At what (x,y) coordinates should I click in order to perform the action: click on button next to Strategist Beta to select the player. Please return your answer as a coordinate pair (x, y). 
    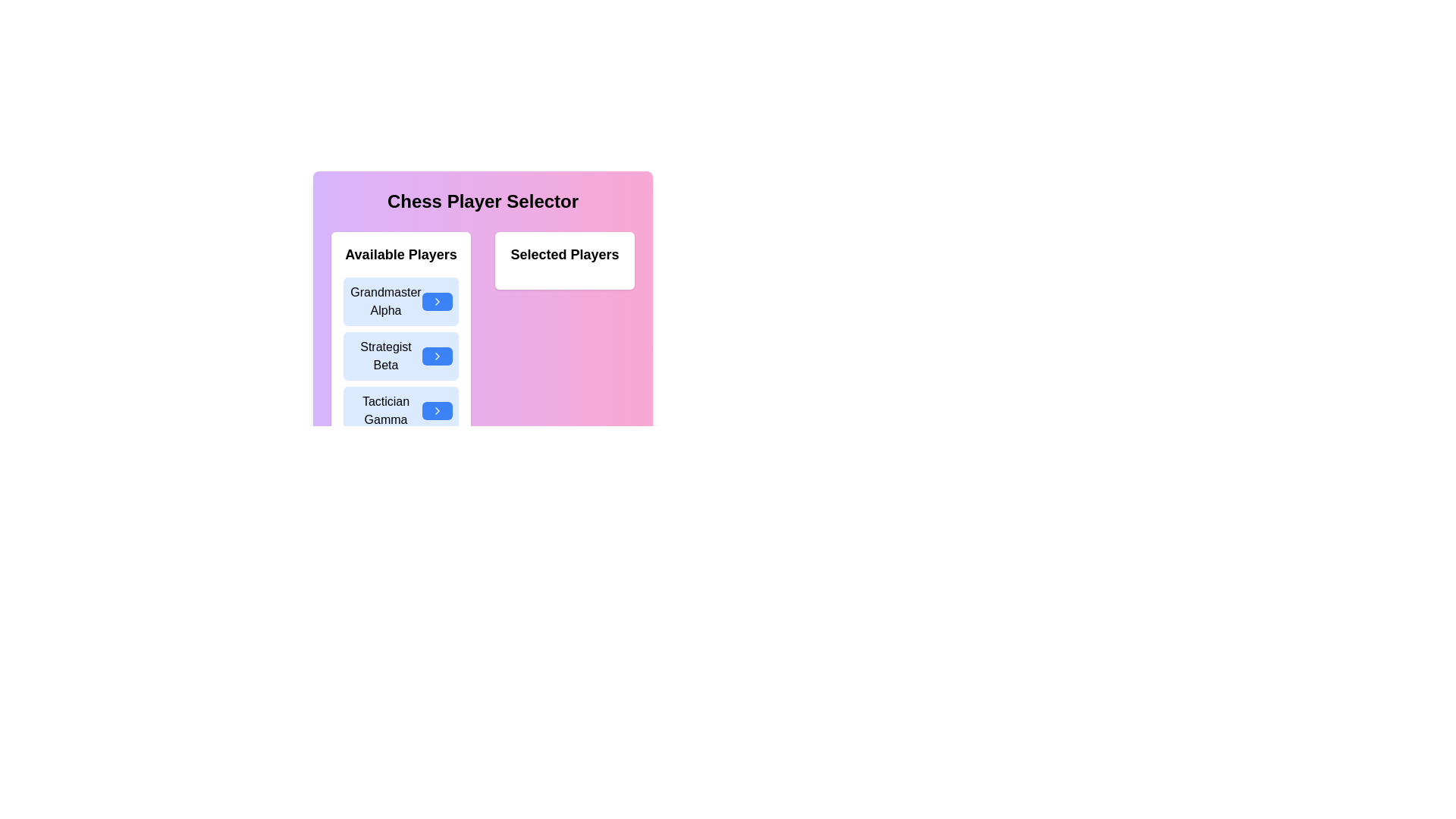
    Looking at the image, I should click on (436, 356).